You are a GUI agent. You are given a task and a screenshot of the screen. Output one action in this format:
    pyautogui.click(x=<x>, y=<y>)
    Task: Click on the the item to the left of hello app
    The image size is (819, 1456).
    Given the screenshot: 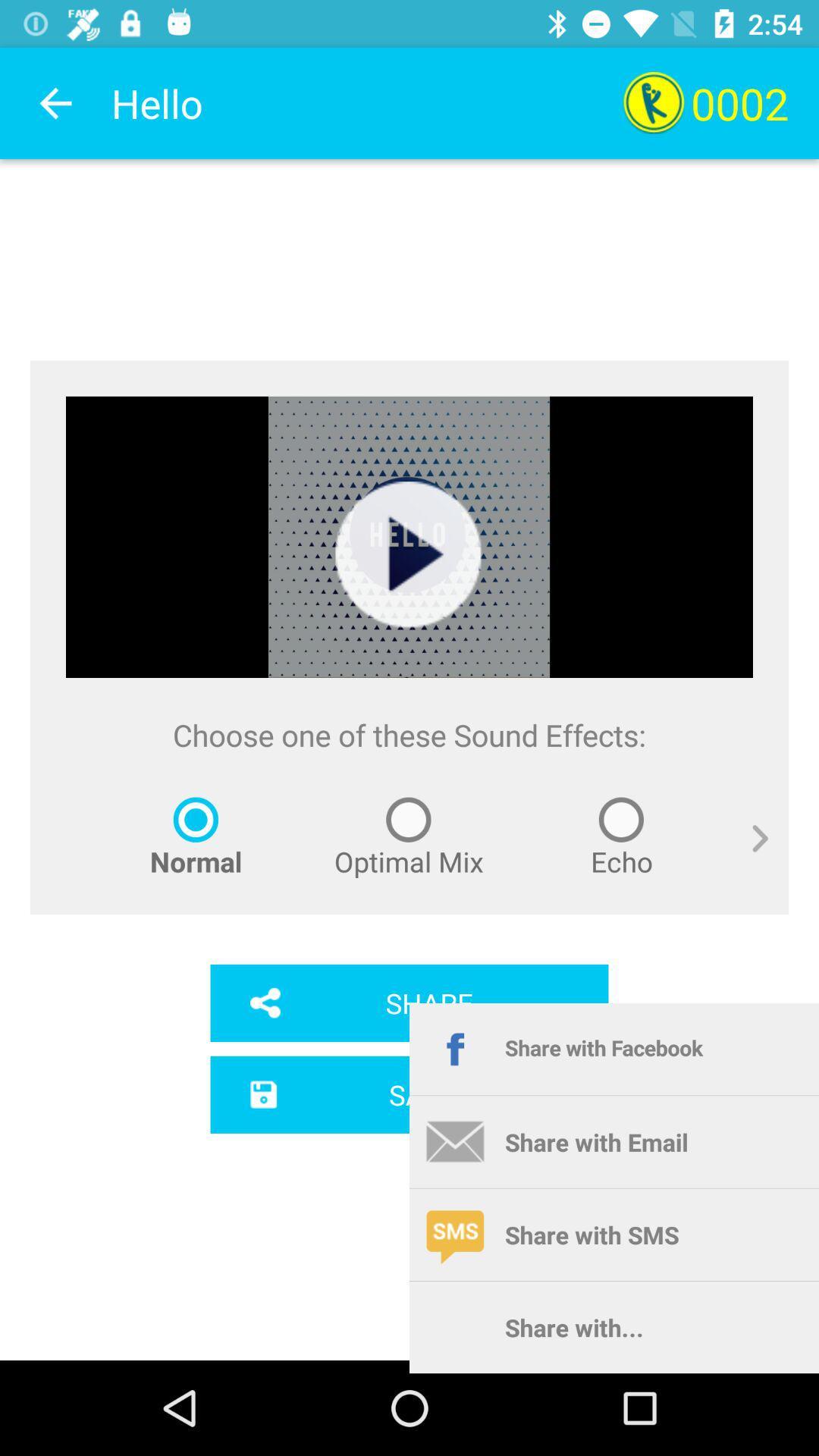 What is the action you would take?
    pyautogui.click(x=55, y=102)
    